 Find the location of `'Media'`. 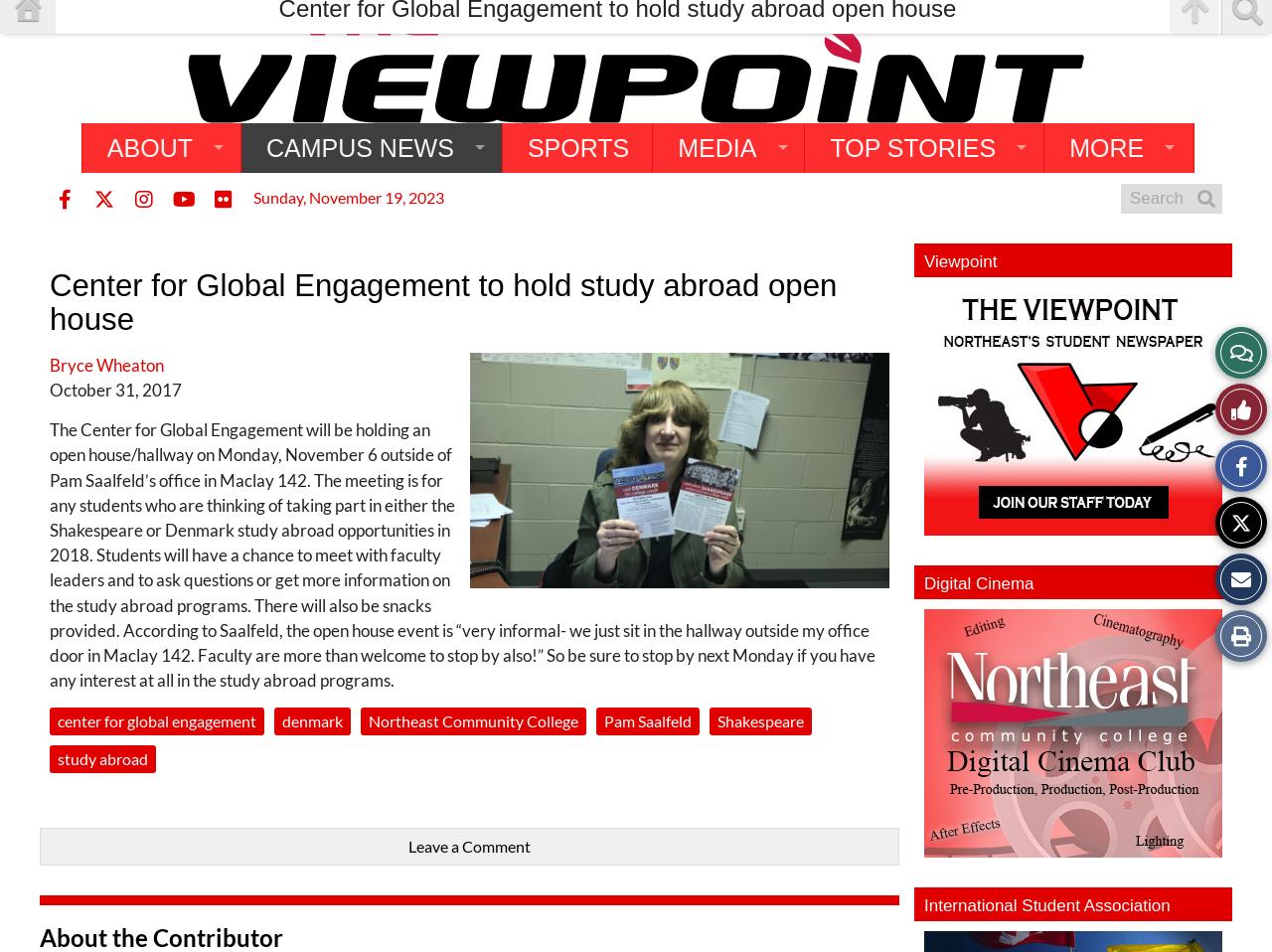

'Media' is located at coordinates (715, 147).